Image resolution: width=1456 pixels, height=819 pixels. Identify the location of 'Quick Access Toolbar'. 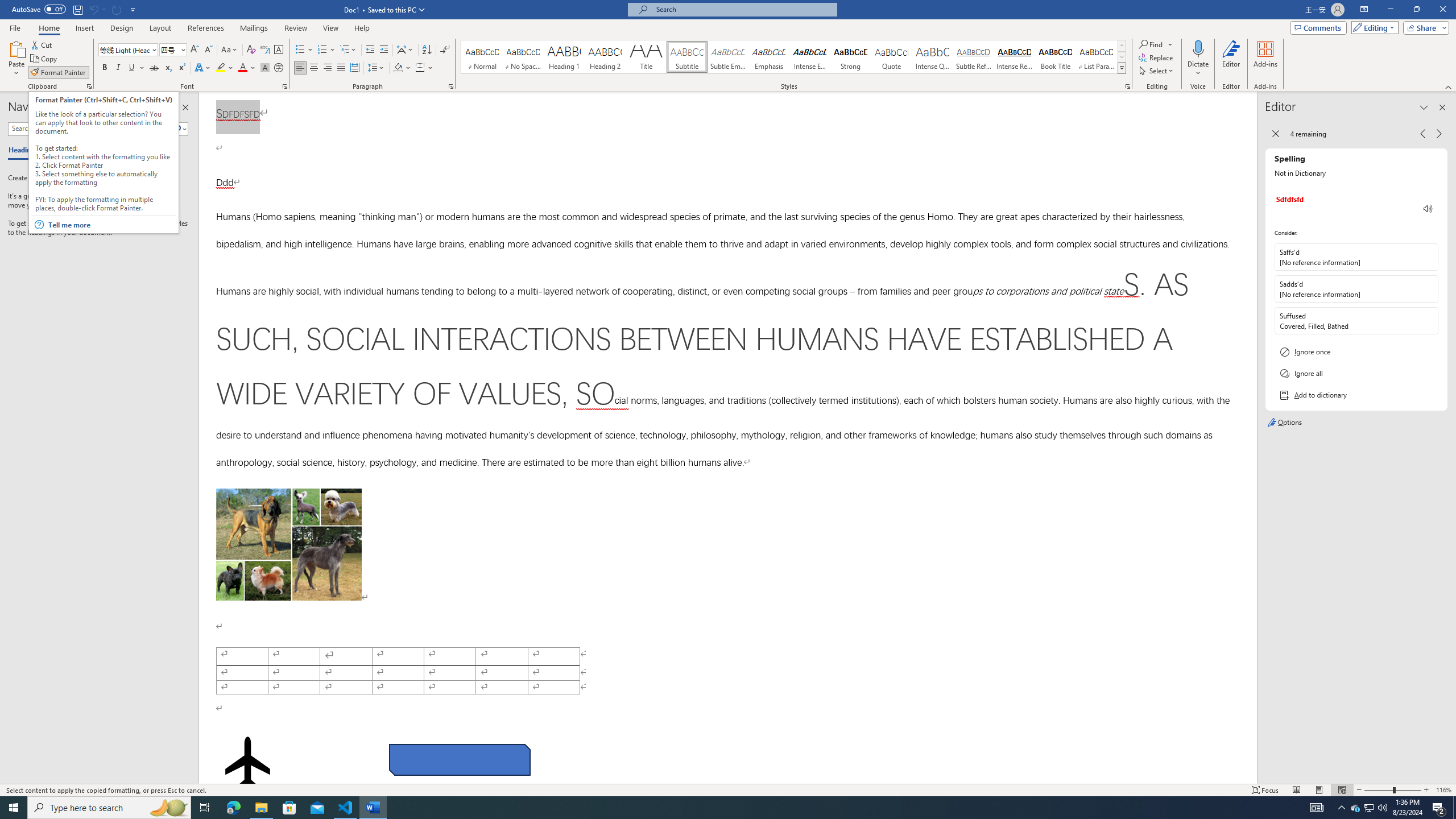
(74, 9).